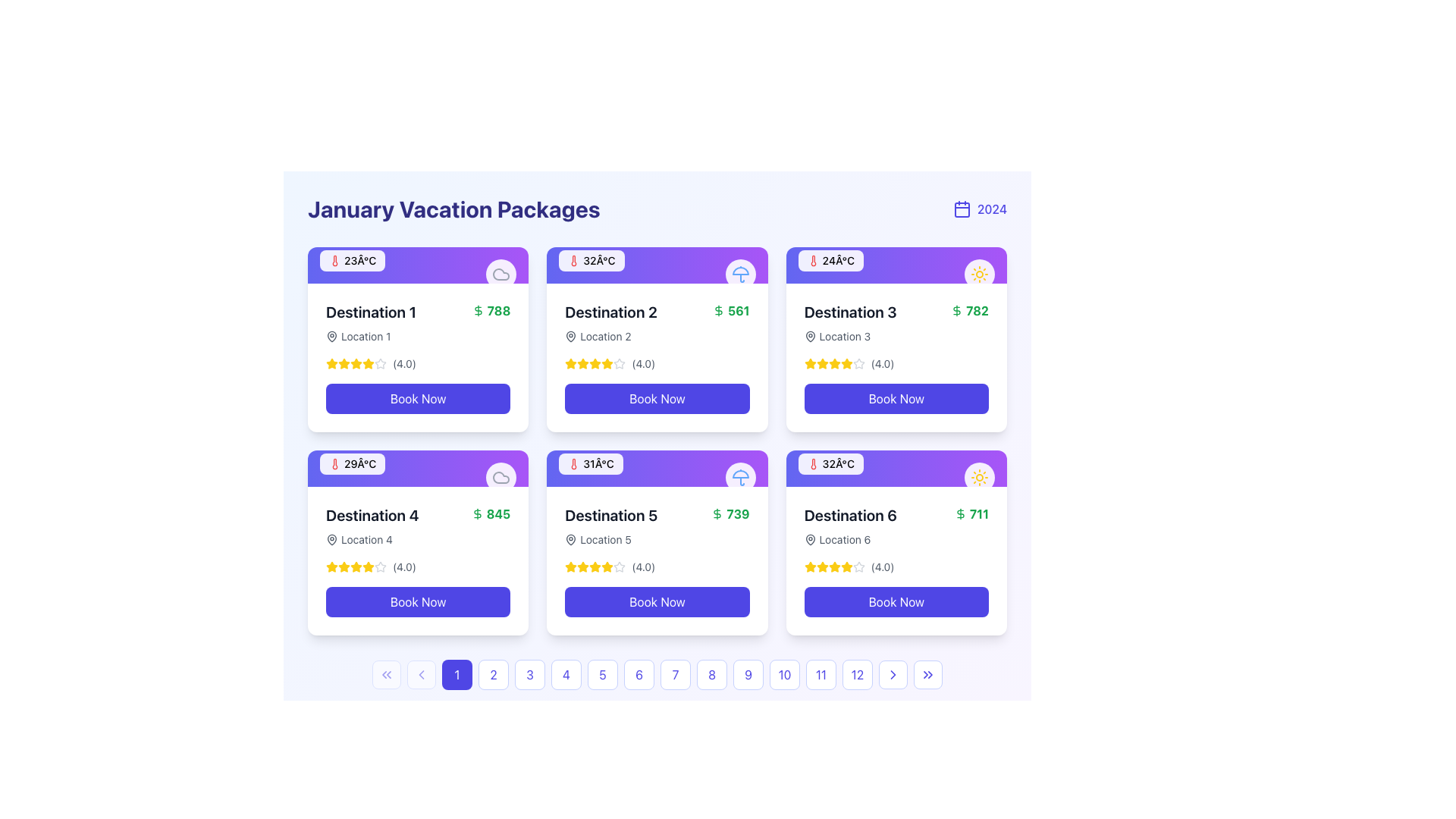 Image resolution: width=1456 pixels, height=819 pixels. Describe the element at coordinates (352, 463) in the screenshot. I see `the informational badge that displays the temperature in Celsius, located at the bottom-left corner of the card, above the main information` at that location.